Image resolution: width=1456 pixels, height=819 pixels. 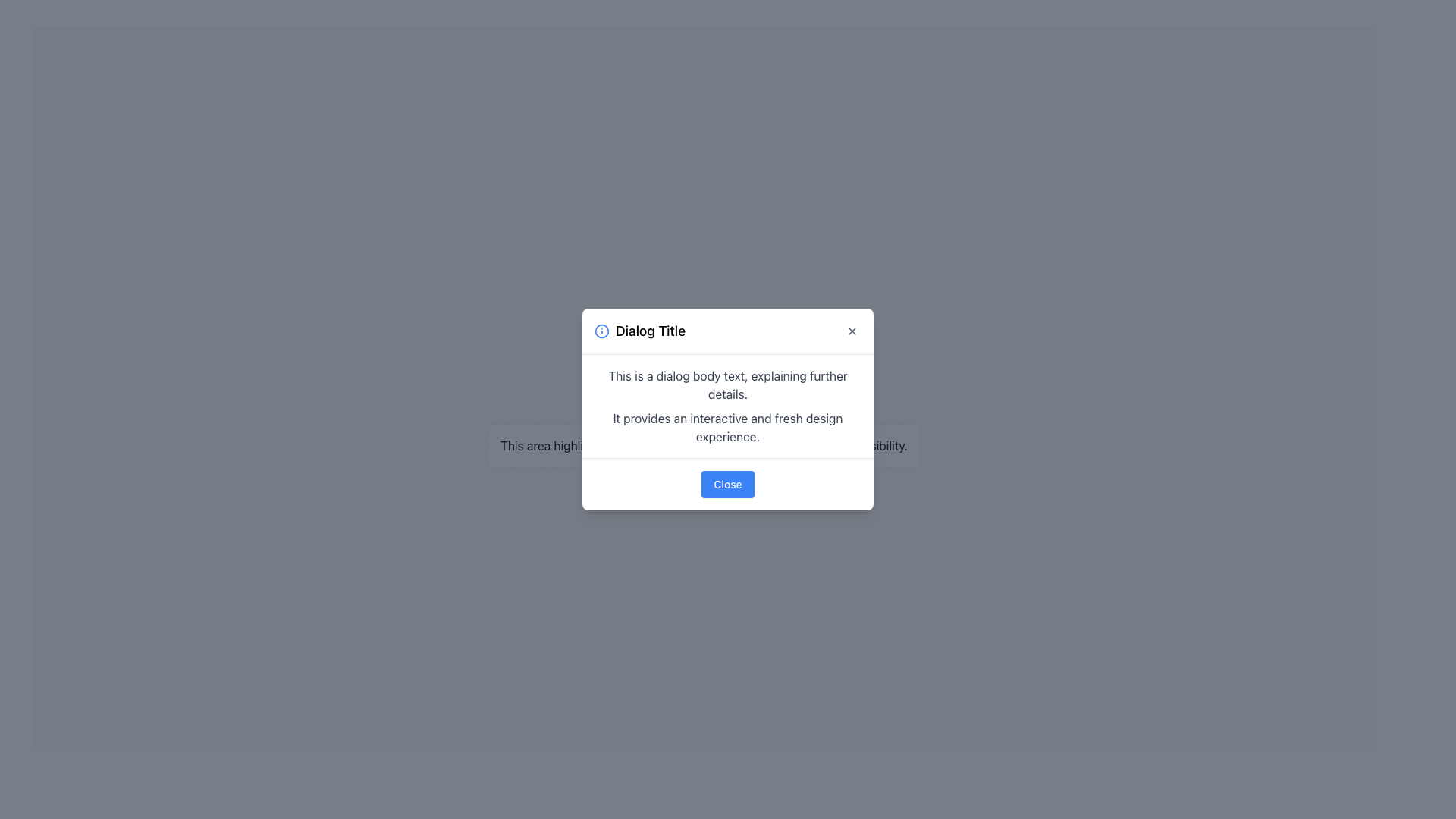 I want to click on the 'X' button in the top-right corner of the dialog box titled 'Dialog Title', so click(x=852, y=330).